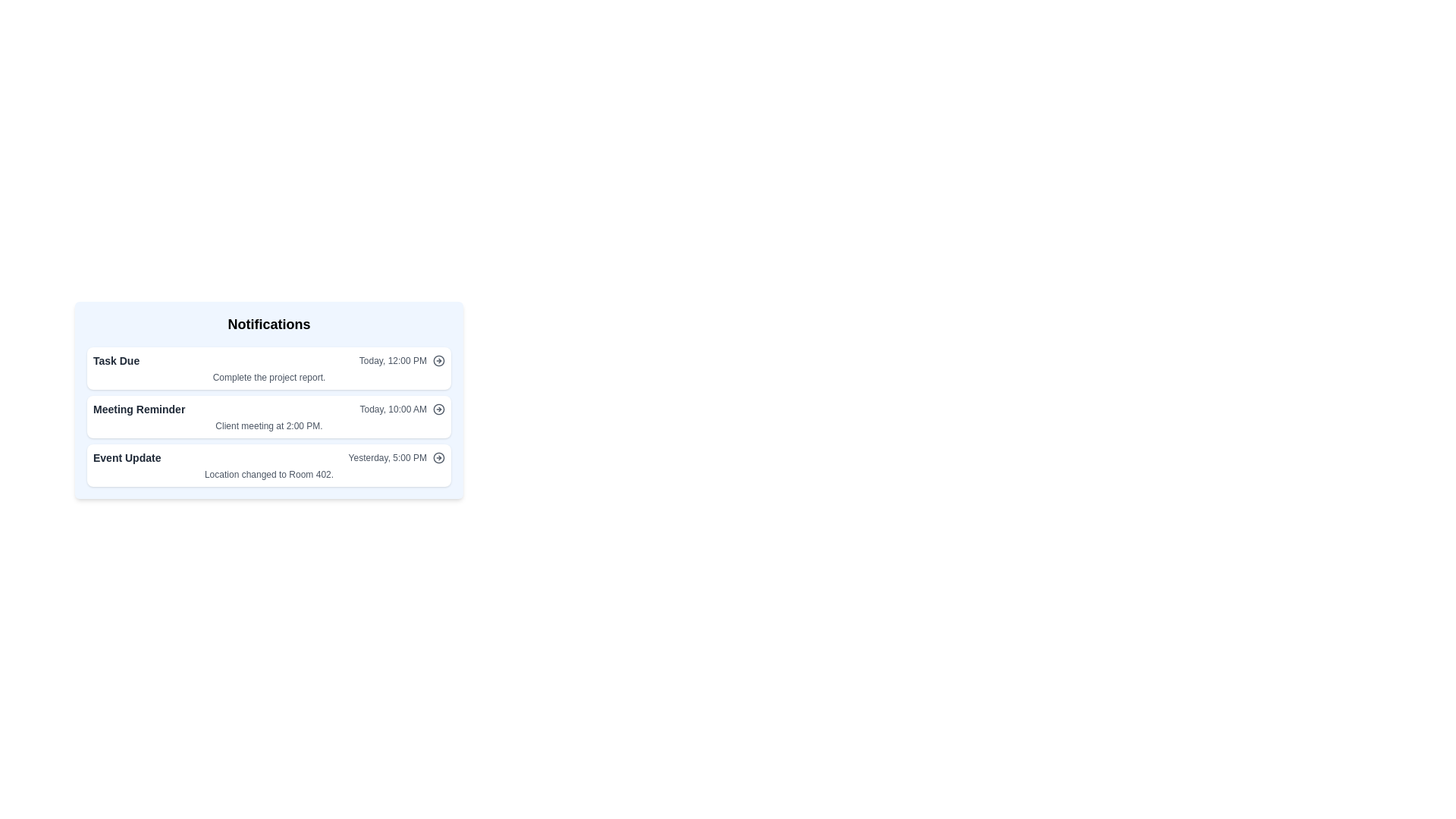 The width and height of the screenshot is (1456, 819). Describe the element at coordinates (269, 464) in the screenshot. I see `the Notification card that displays information about a location change for an event` at that location.